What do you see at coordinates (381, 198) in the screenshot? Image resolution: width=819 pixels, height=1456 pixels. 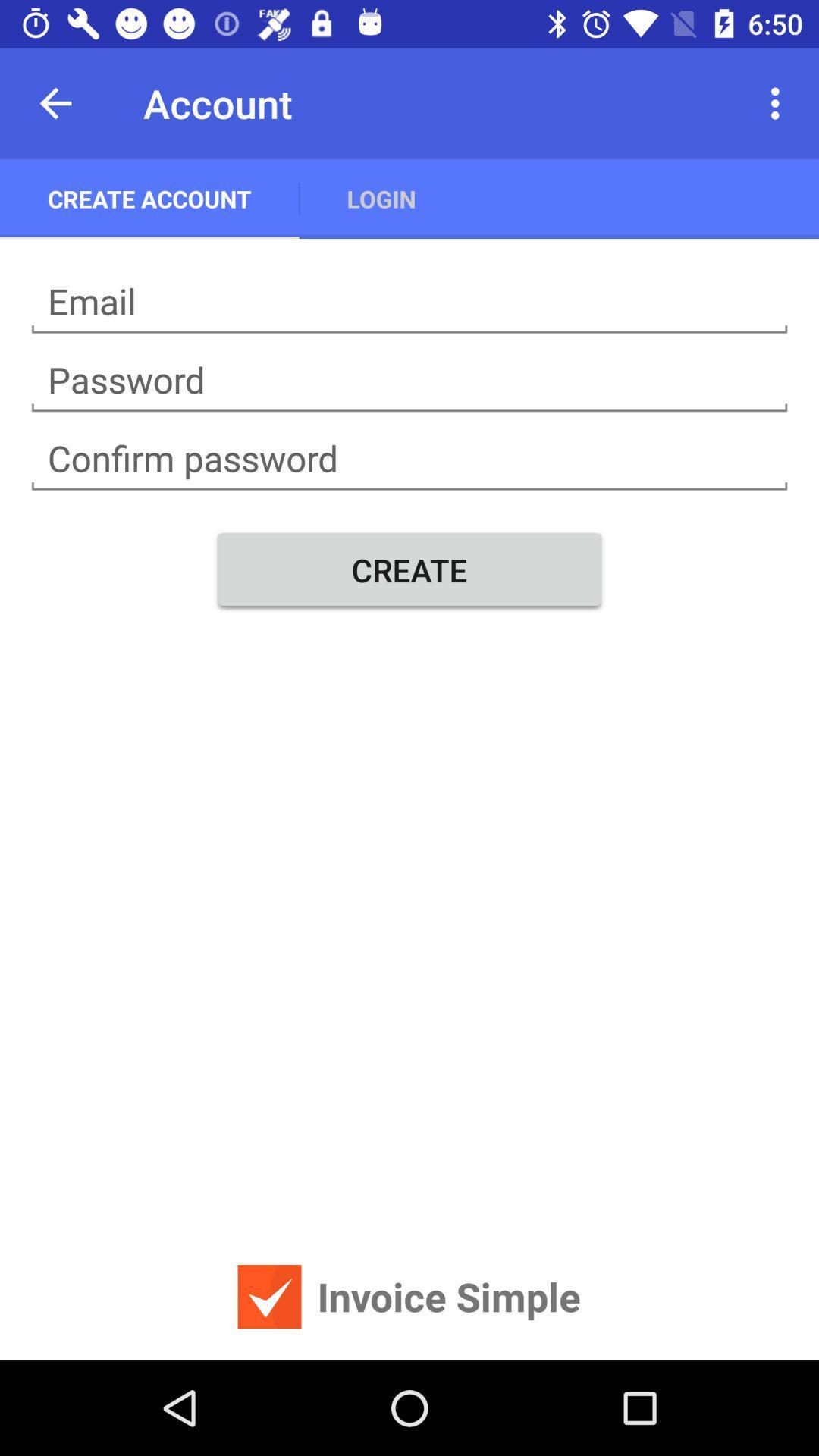 I see `login icon` at bounding box center [381, 198].